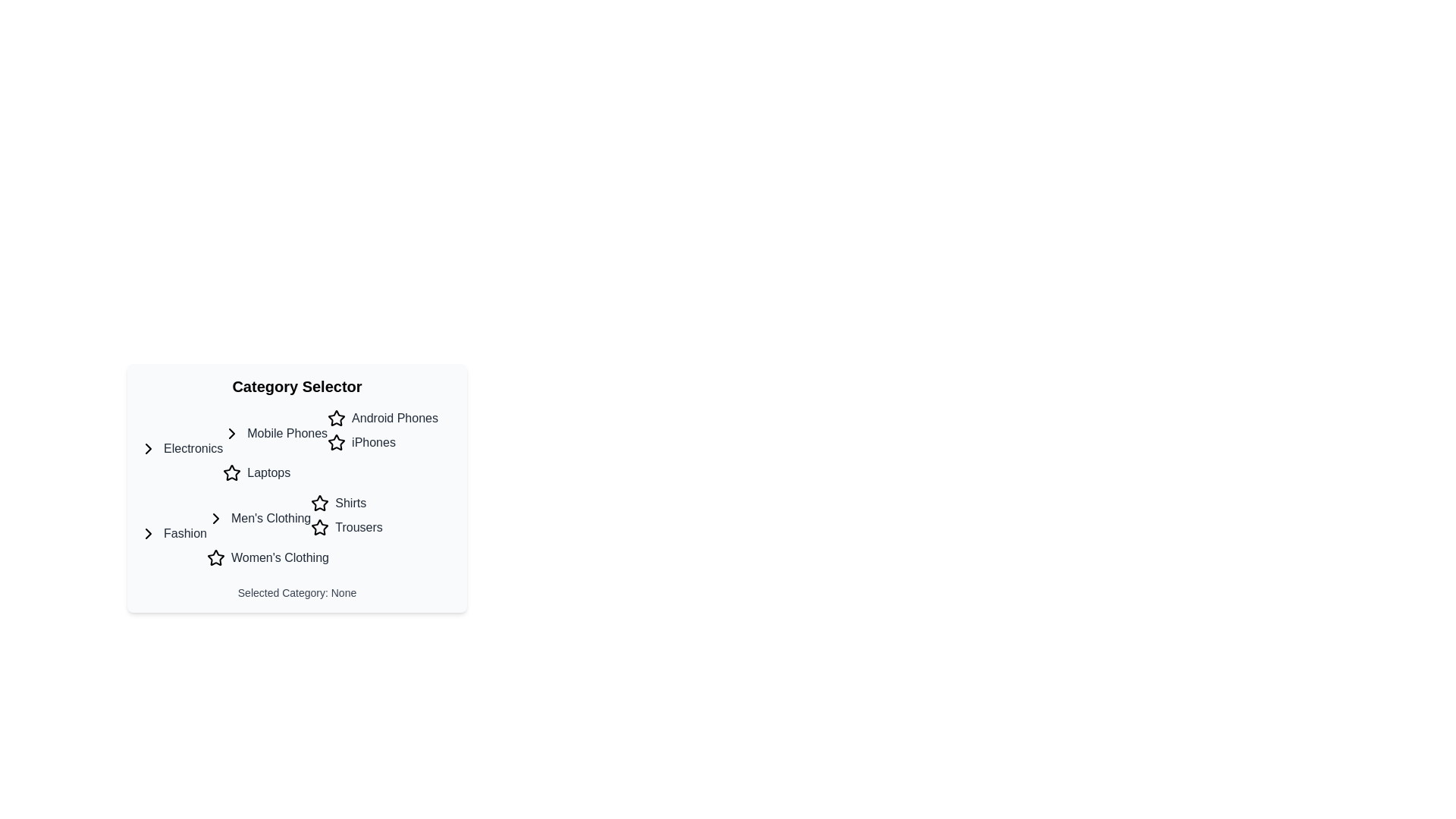 Image resolution: width=1456 pixels, height=819 pixels. Describe the element at coordinates (346, 503) in the screenshot. I see `the 'Shirts' category option under the 'Men's Clothing' section in the 'Fashion' category` at that location.